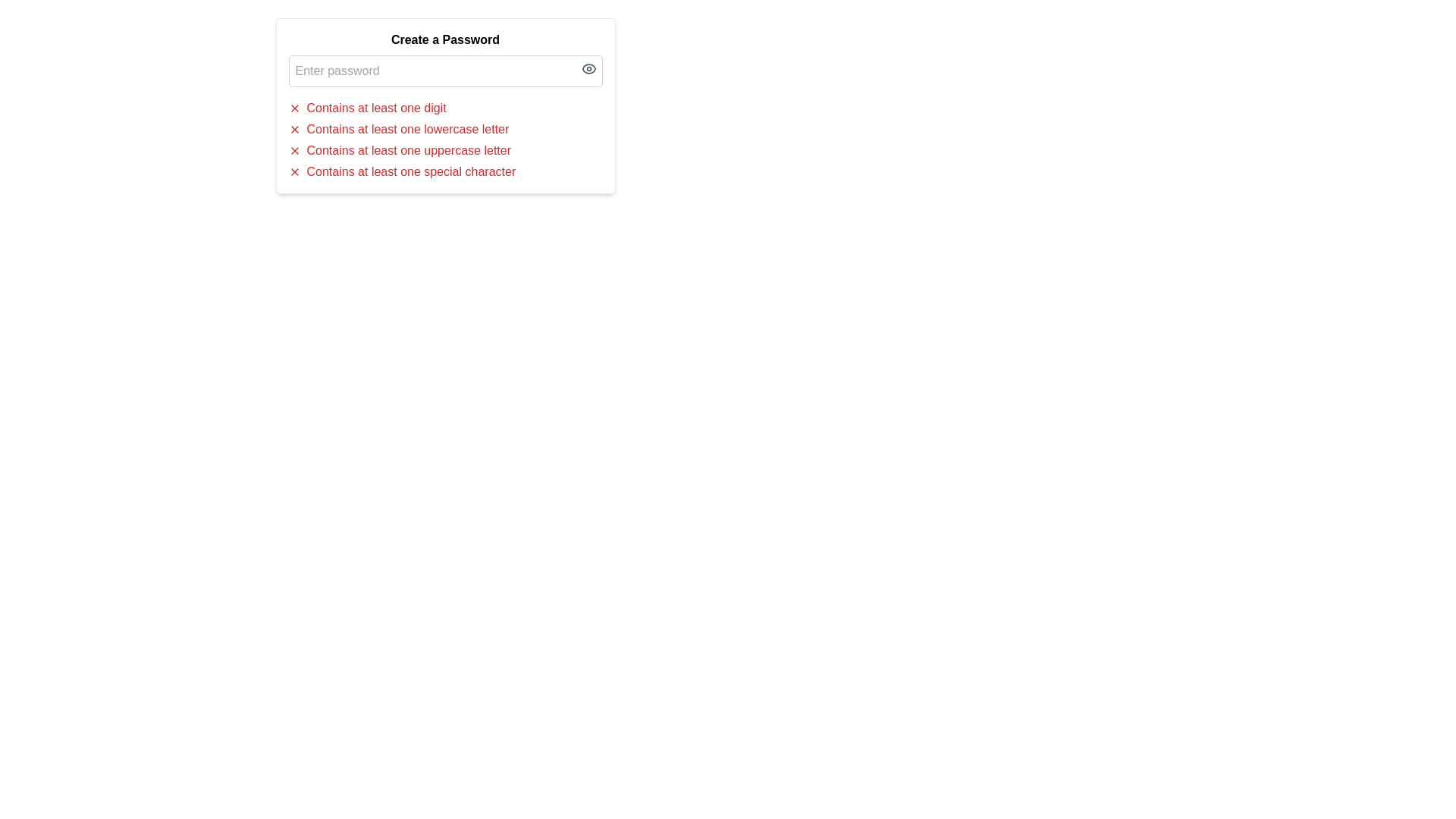  Describe the element at coordinates (444, 71) in the screenshot. I see `the Password Input field for focusing, which is the first interactive element in the 'Create a Password' panel` at that location.